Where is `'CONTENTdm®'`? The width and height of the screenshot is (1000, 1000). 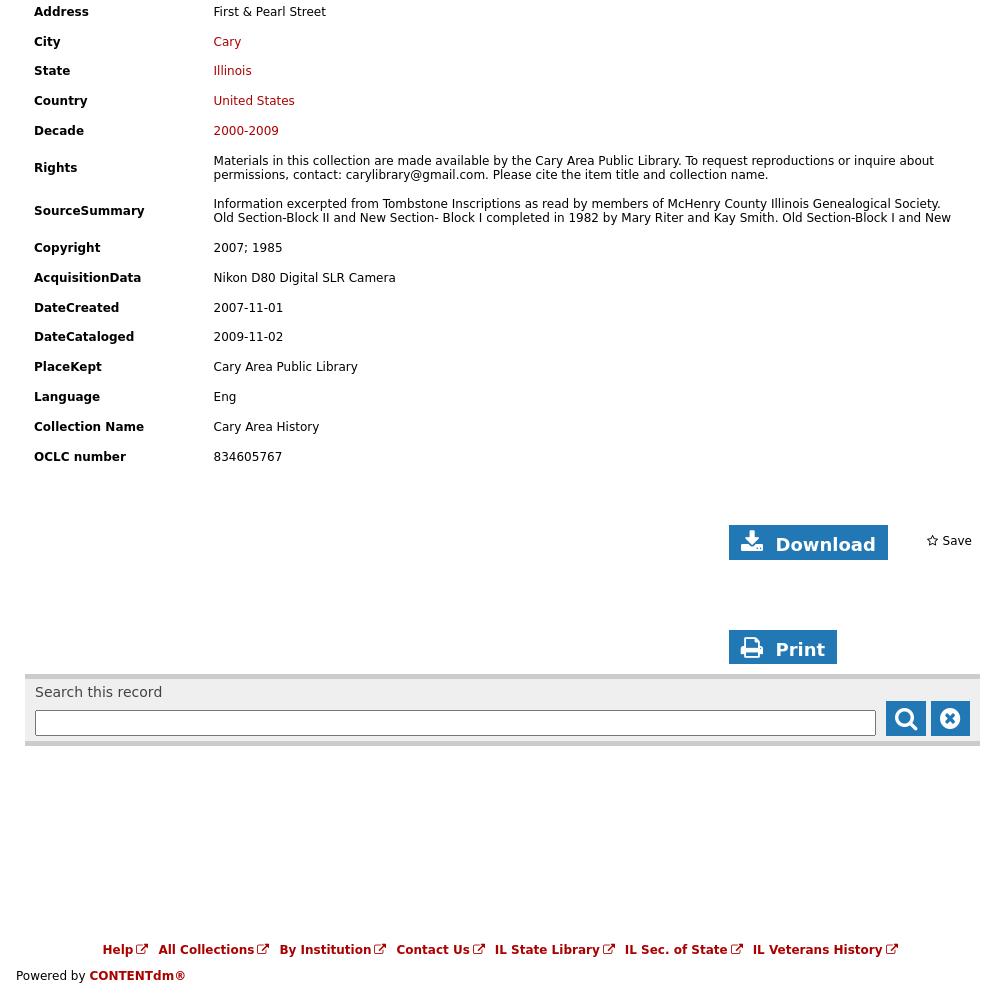 'CONTENTdm®' is located at coordinates (88, 975).